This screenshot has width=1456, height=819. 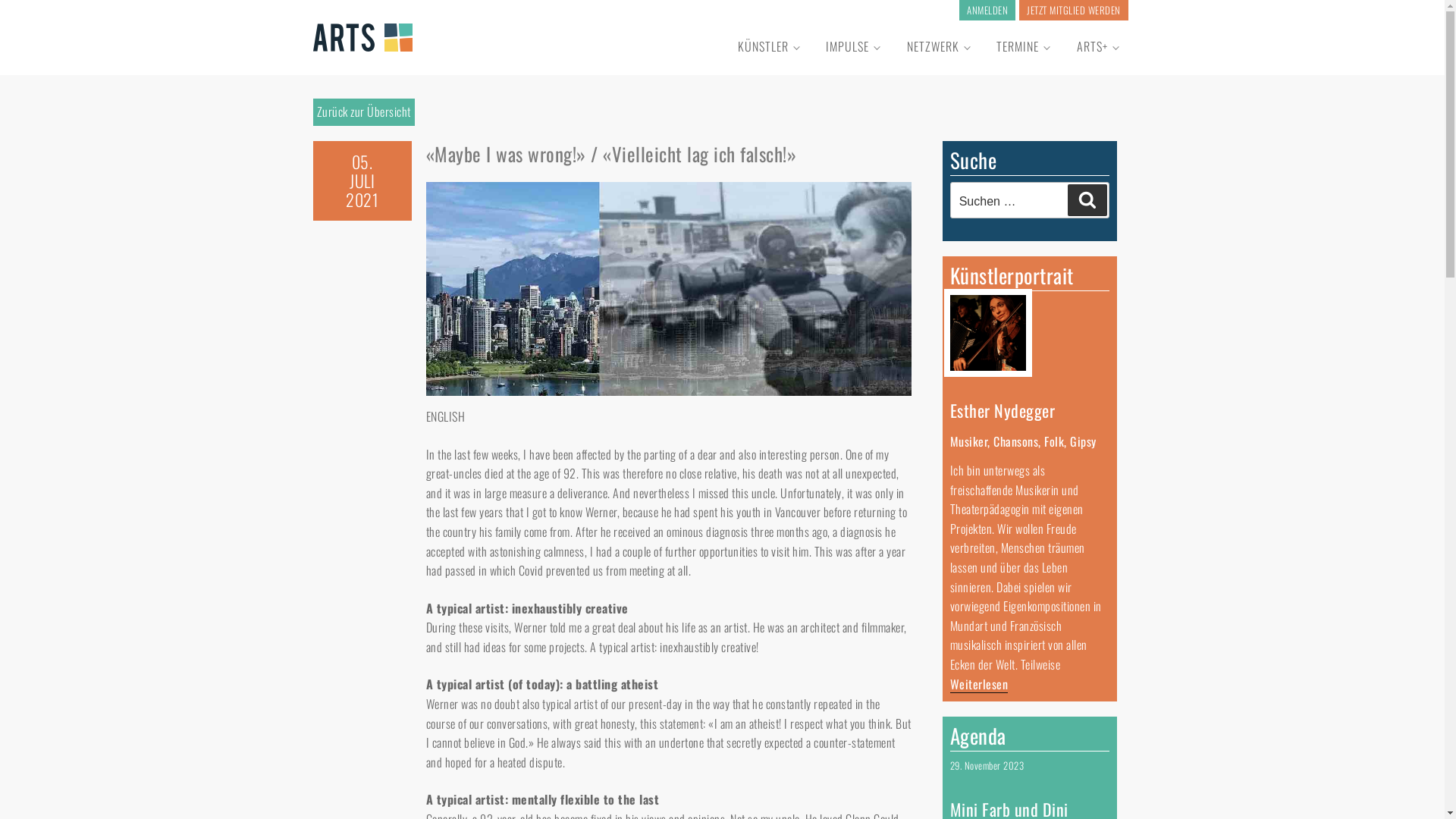 I want to click on 'TERMINE', so click(x=1022, y=45).